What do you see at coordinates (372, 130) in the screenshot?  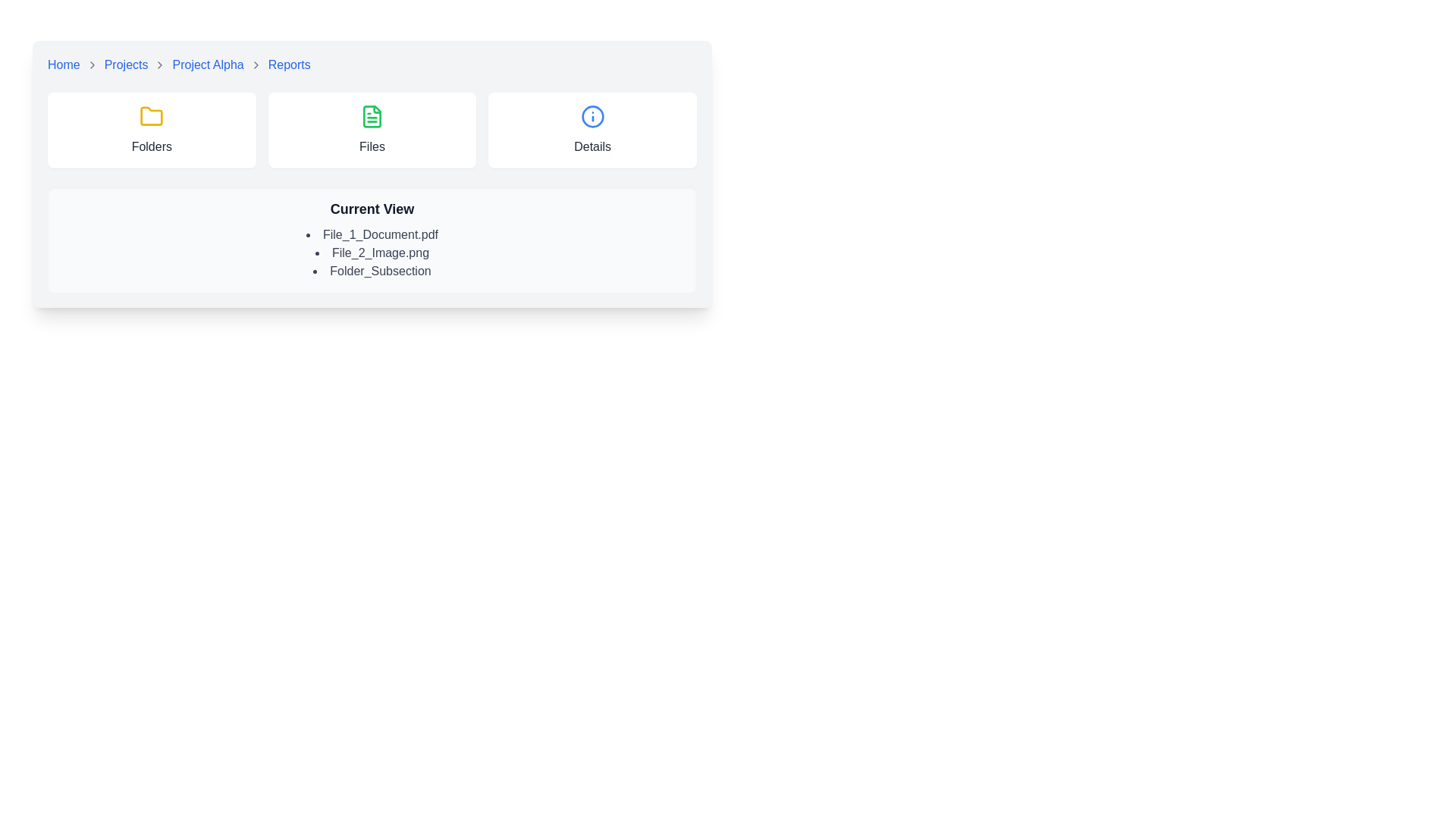 I see `the 'Files' interactive card, which is the second card in a three-card grid row` at bounding box center [372, 130].